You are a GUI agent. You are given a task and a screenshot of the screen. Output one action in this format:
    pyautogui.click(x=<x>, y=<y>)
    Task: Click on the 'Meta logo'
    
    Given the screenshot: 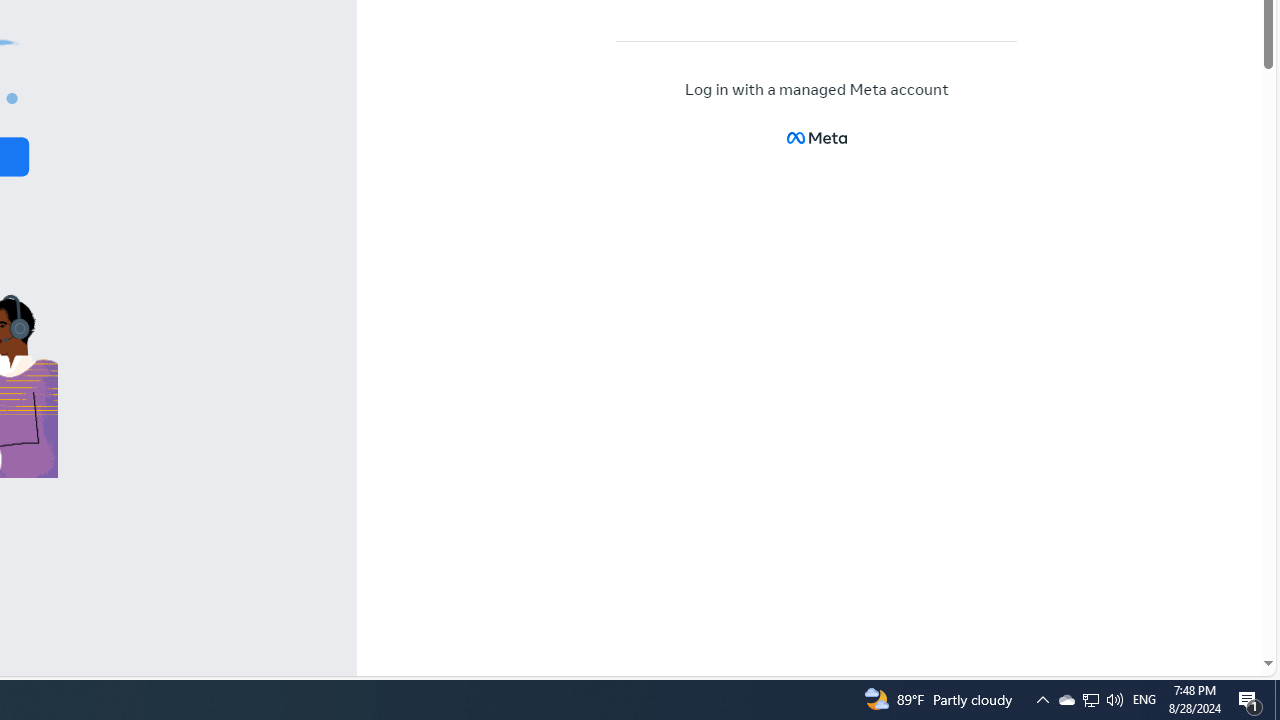 What is the action you would take?
    pyautogui.click(x=816, y=137)
    